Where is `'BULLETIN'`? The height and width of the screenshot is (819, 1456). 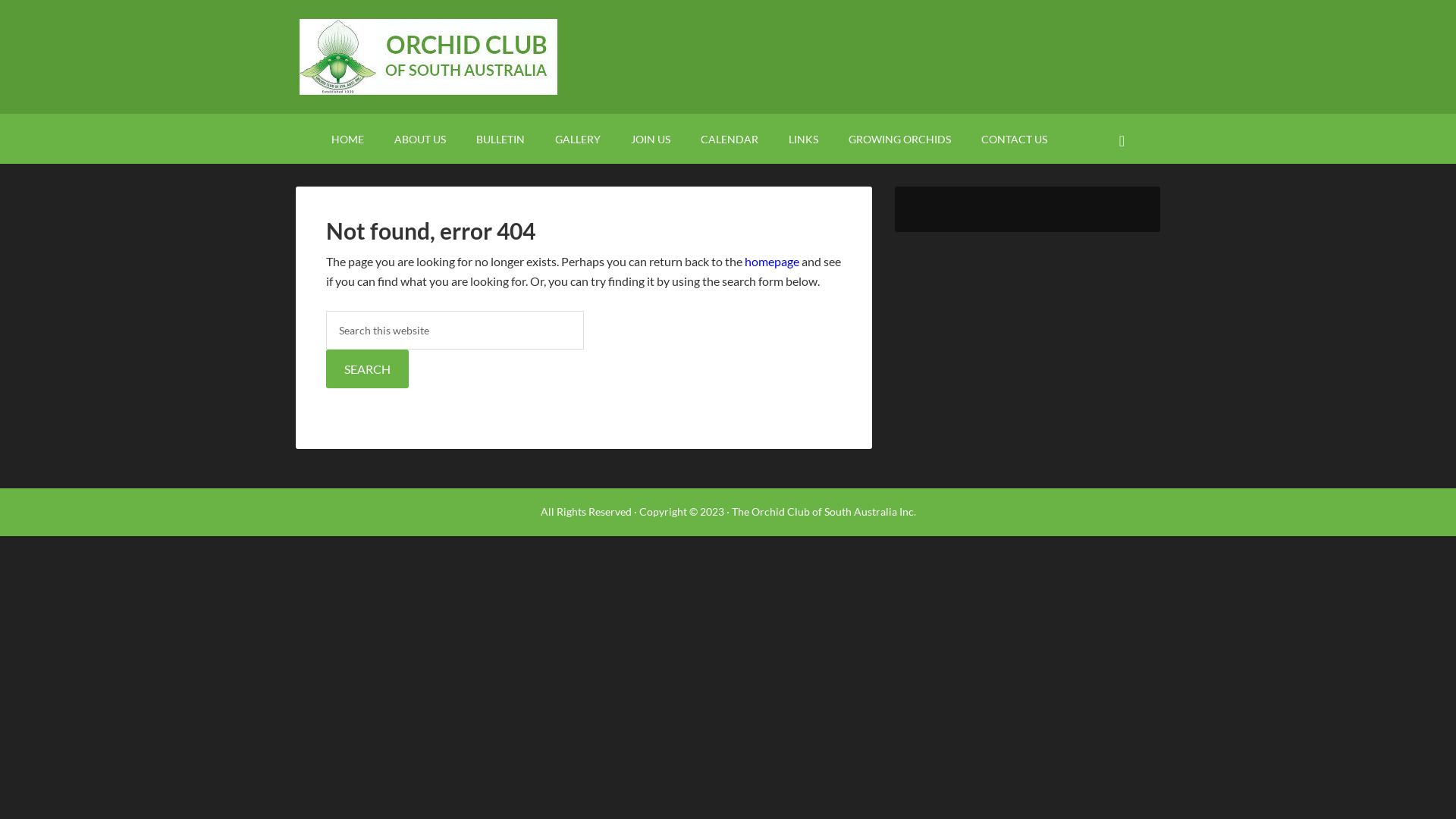 'BULLETIN' is located at coordinates (500, 138).